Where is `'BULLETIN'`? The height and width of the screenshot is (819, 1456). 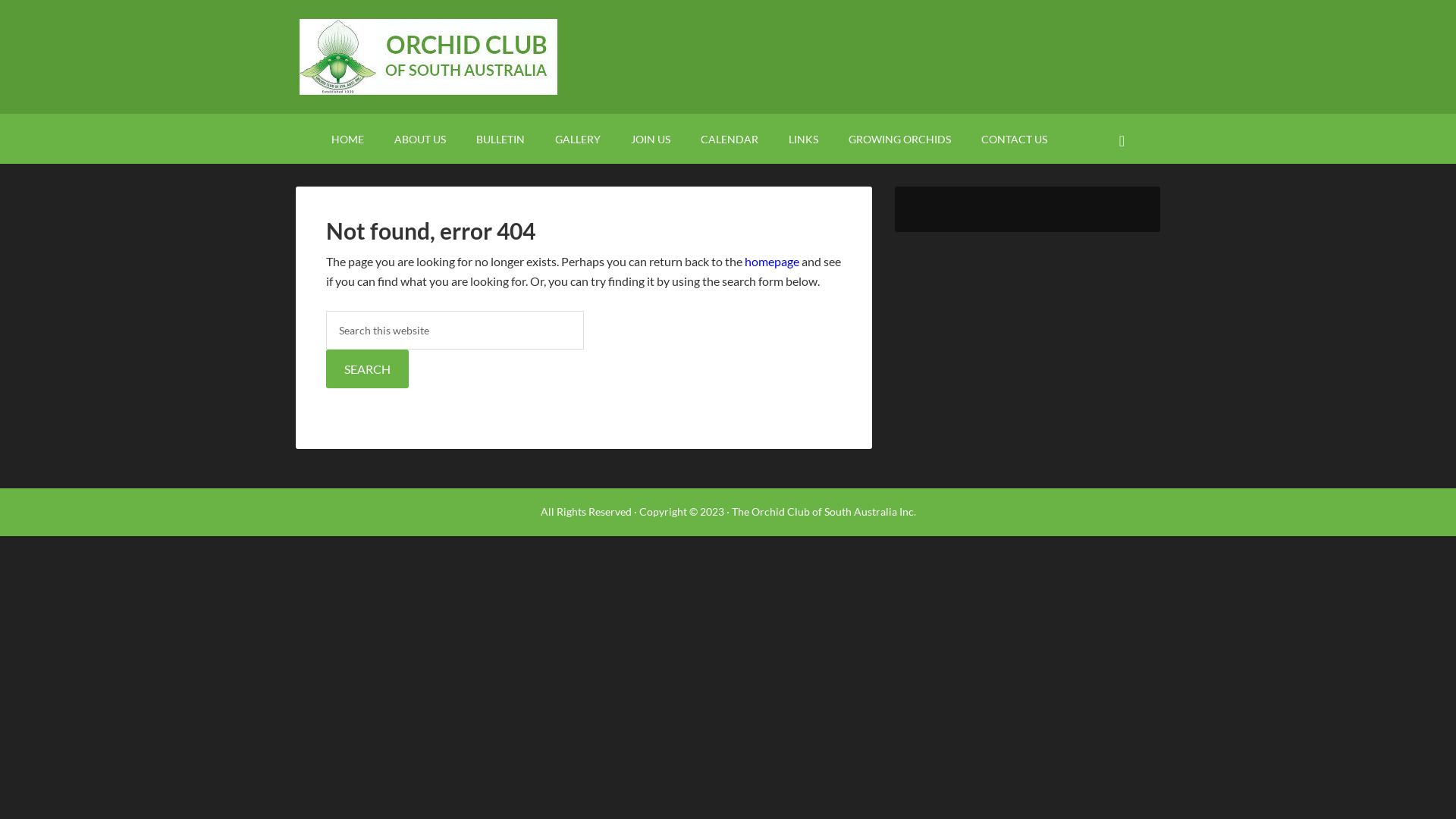 'BULLETIN' is located at coordinates (500, 138).